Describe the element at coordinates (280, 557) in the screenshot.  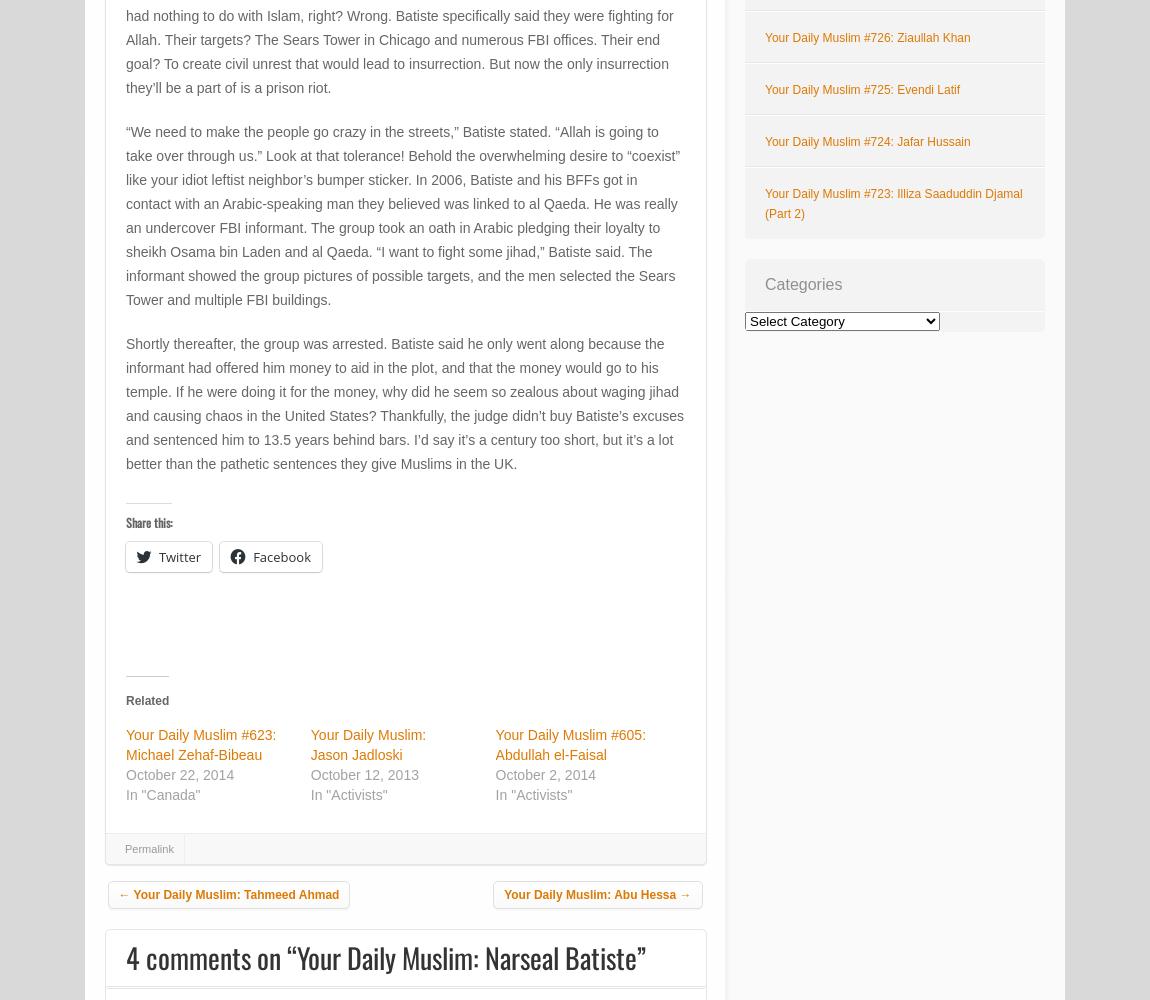
I see `'Facebook'` at that location.